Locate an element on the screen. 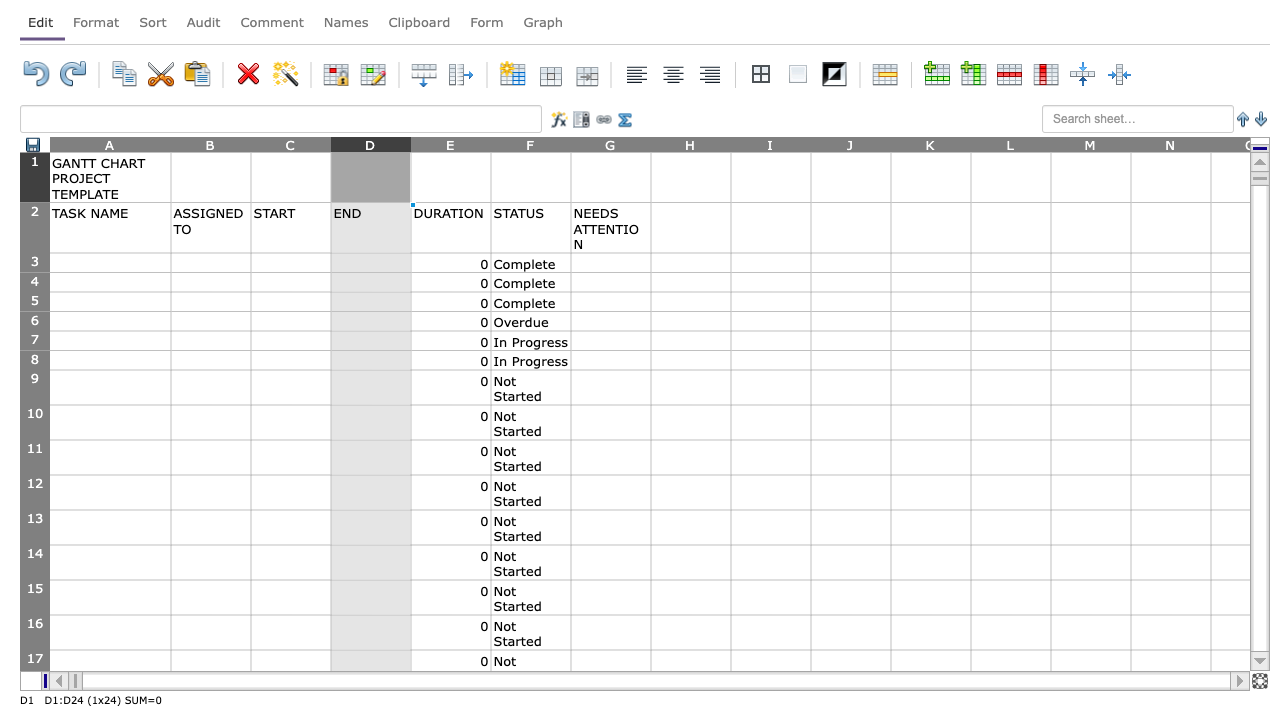  the right edge of column G to resize is located at coordinates (651, 143).